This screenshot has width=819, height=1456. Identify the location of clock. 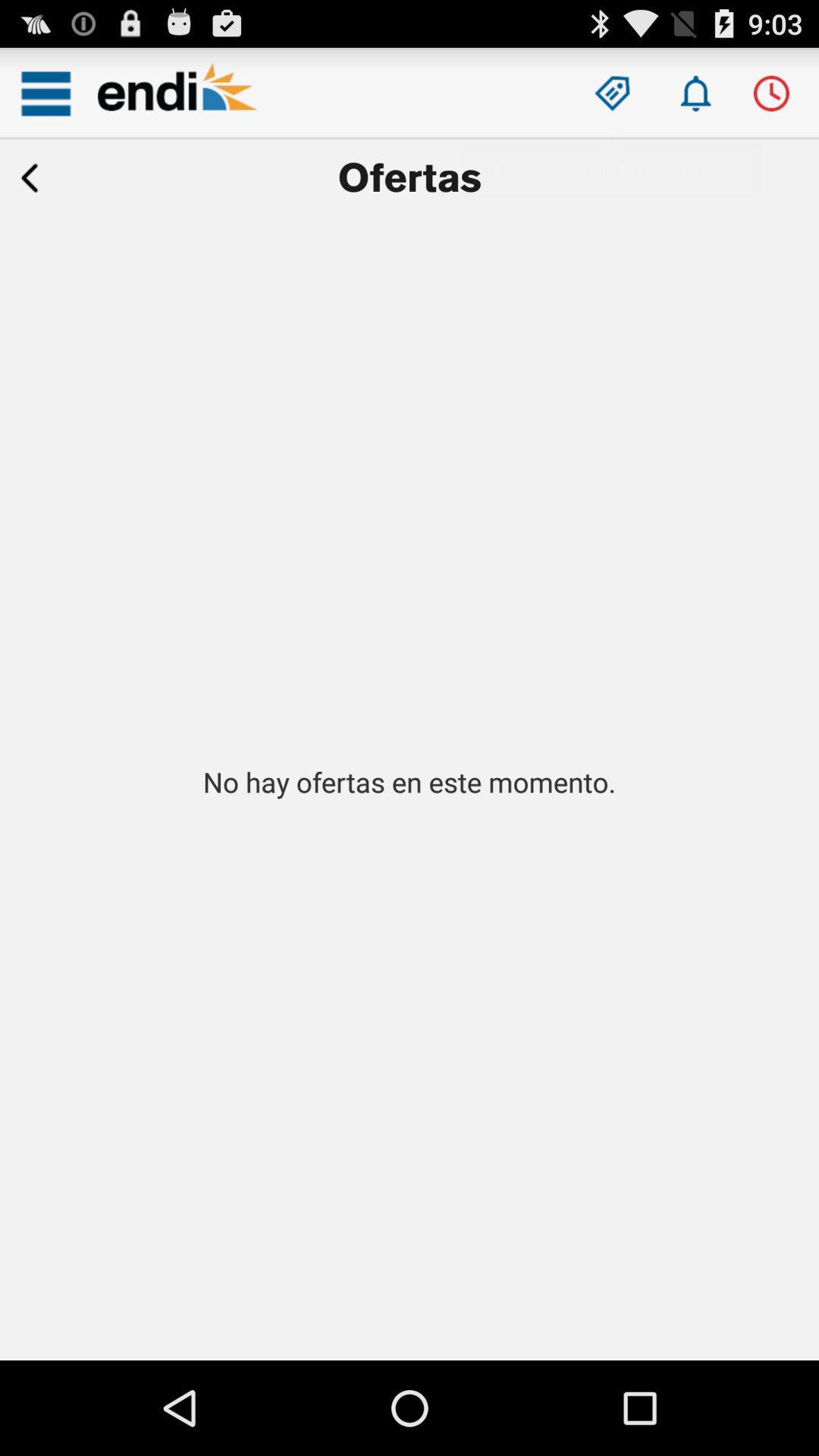
(771, 93).